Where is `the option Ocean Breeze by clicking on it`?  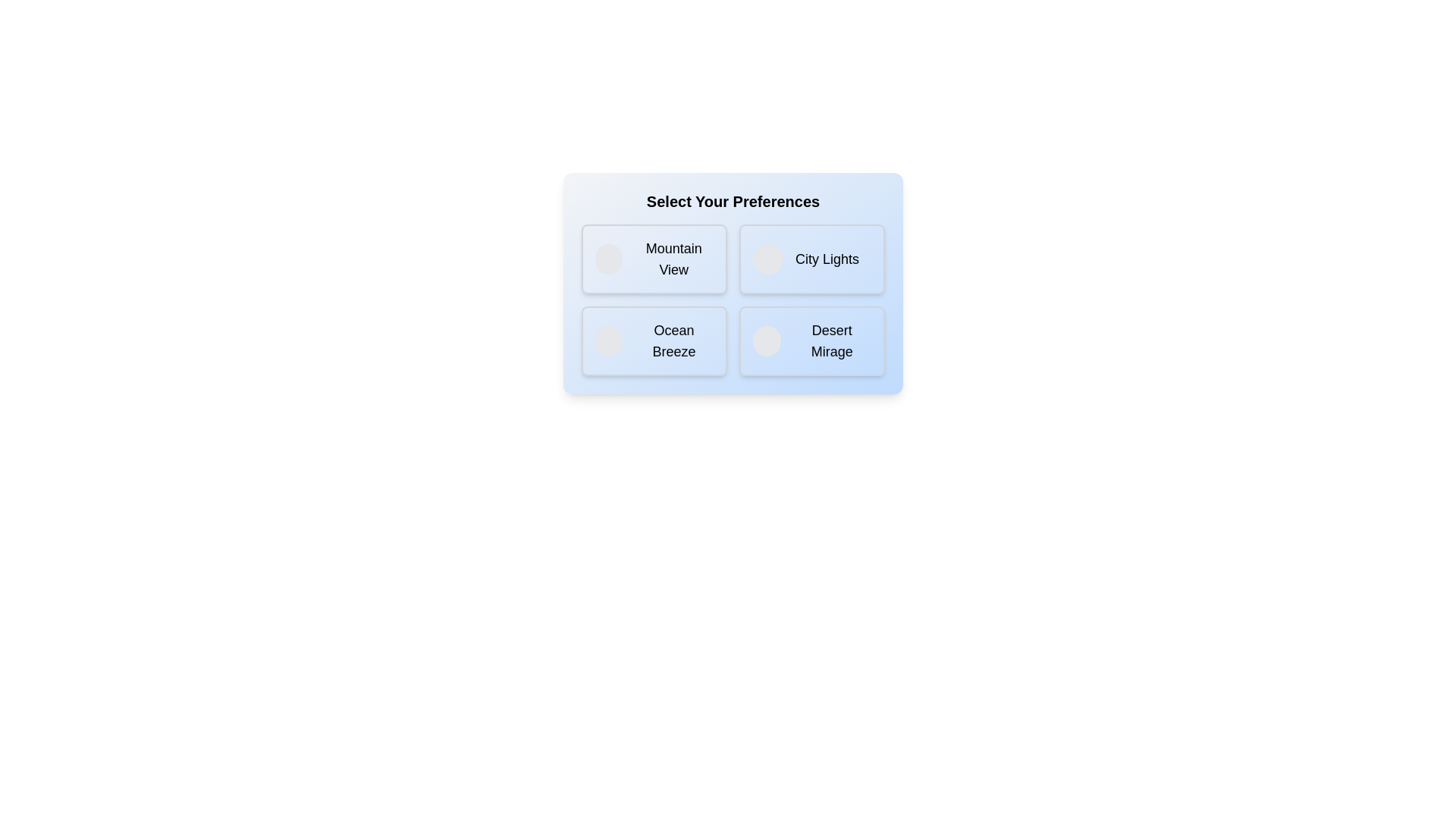 the option Ocean Breeze by clicking on it is located at coordinates (654, 341).